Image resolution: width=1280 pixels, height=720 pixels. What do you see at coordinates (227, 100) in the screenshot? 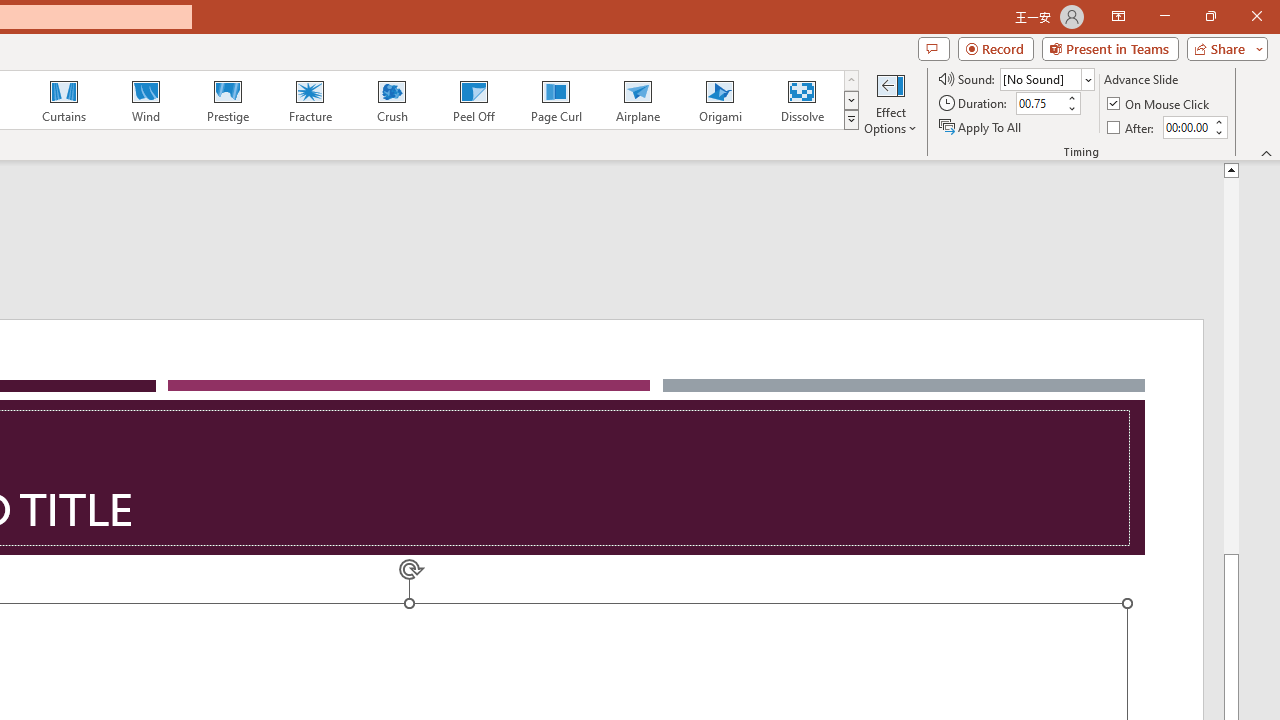
I see `'Prestige'` at bounding box center [227, 100].